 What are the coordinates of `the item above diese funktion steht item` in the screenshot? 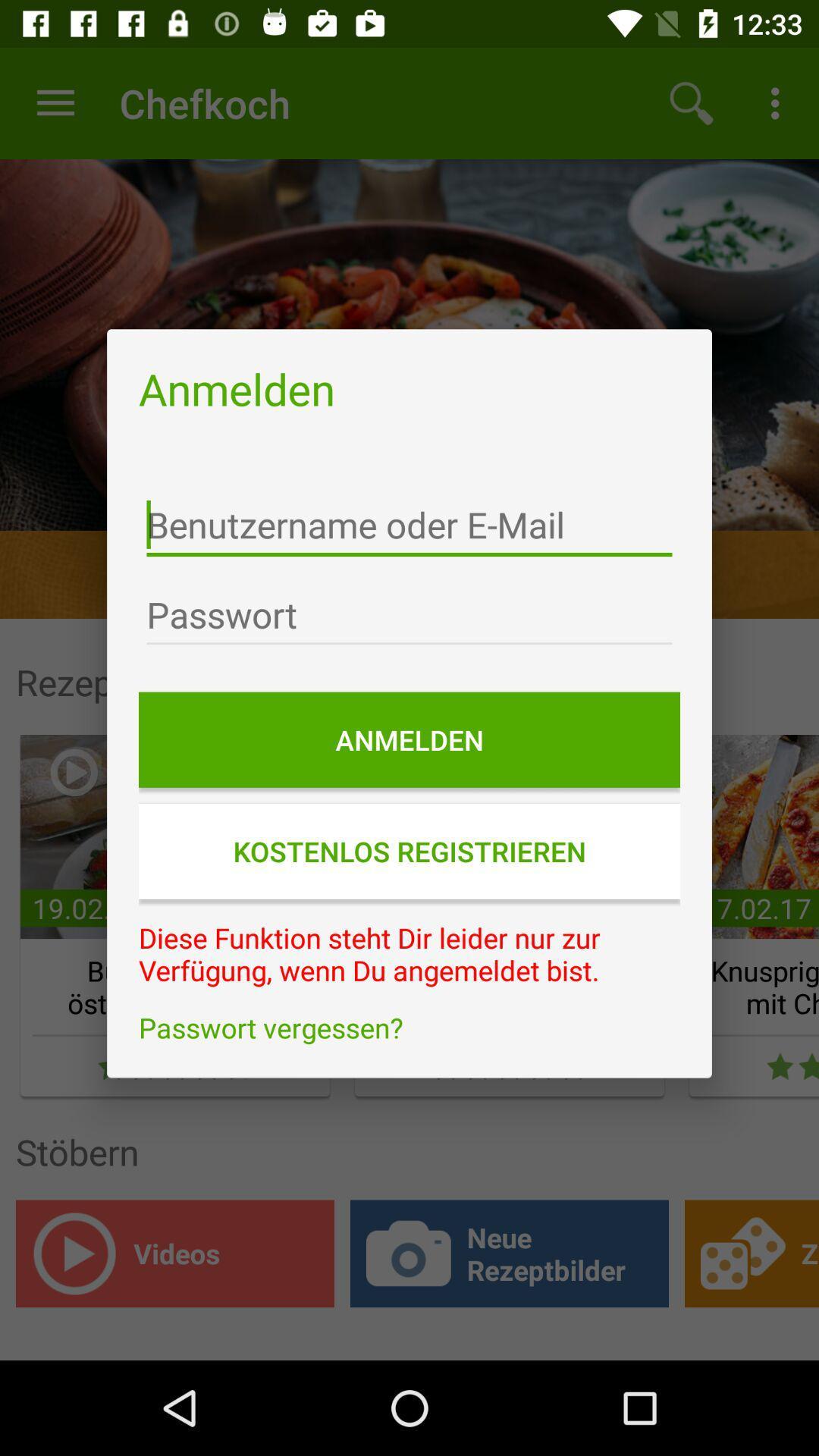 It's located at (409, 851).